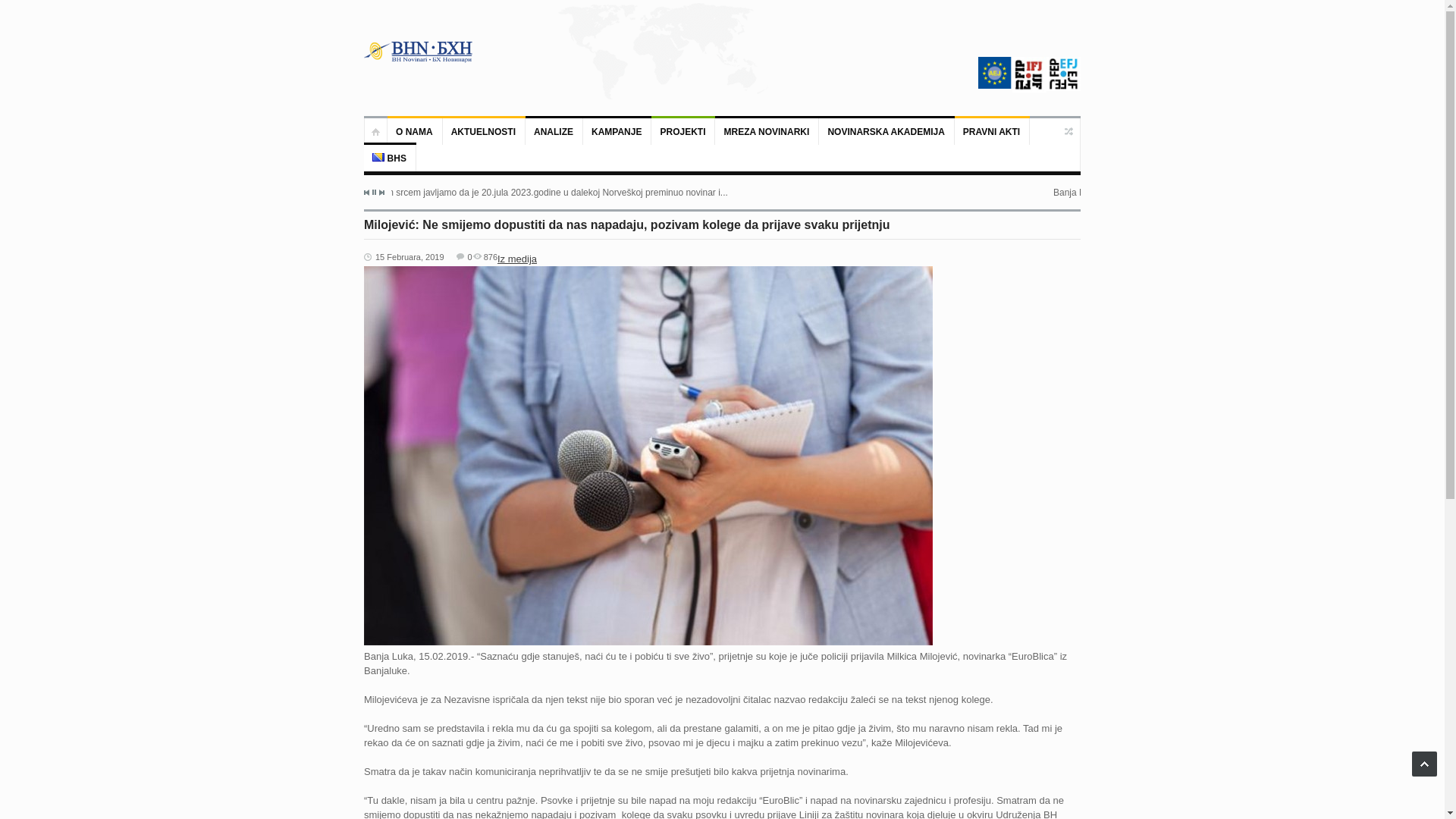  I want to click on 'BHS', so click(390, 158).